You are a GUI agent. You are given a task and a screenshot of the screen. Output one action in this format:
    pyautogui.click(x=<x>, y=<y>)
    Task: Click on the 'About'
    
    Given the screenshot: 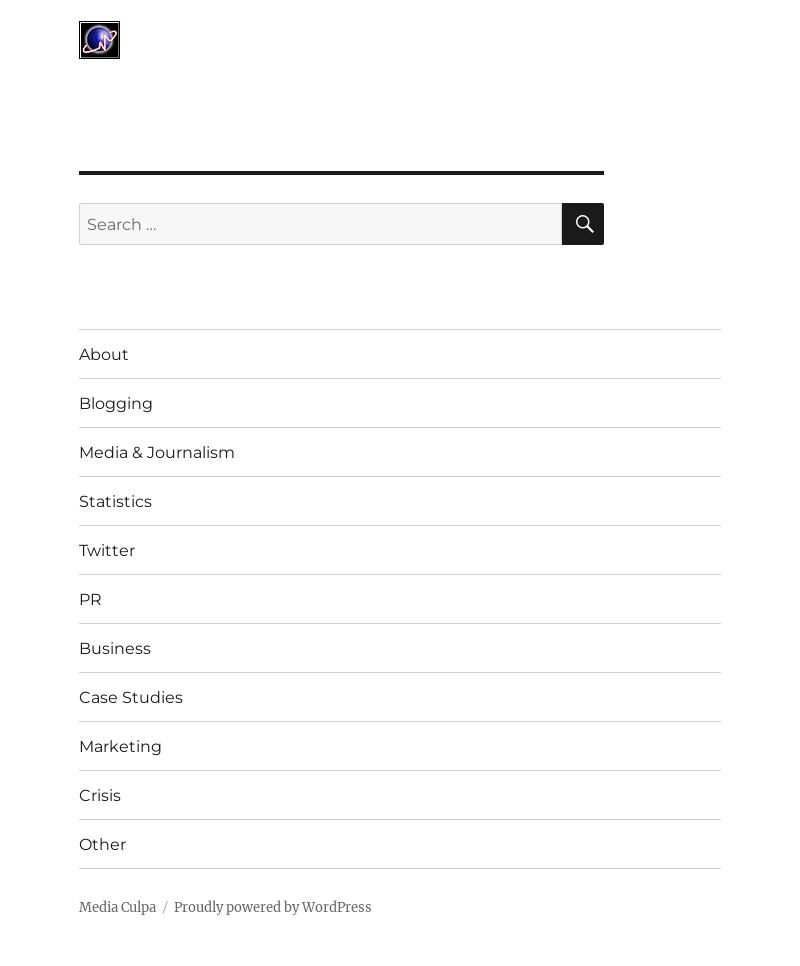 What is the action you would take?
    pyautogui.click(x=79, y=352)
    